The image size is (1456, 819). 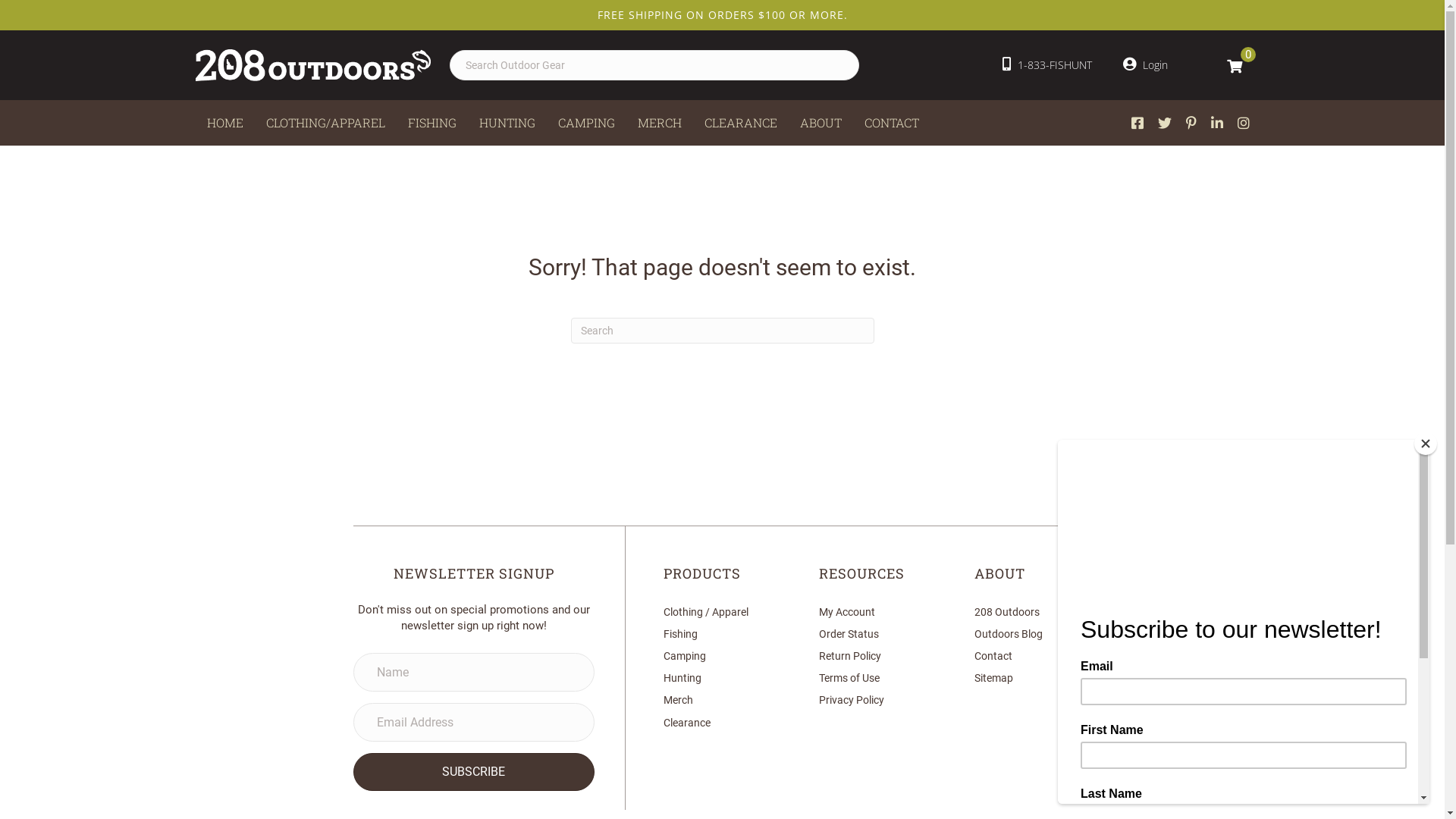 I want to click on 'MERCH', so click(x=626, y=122).